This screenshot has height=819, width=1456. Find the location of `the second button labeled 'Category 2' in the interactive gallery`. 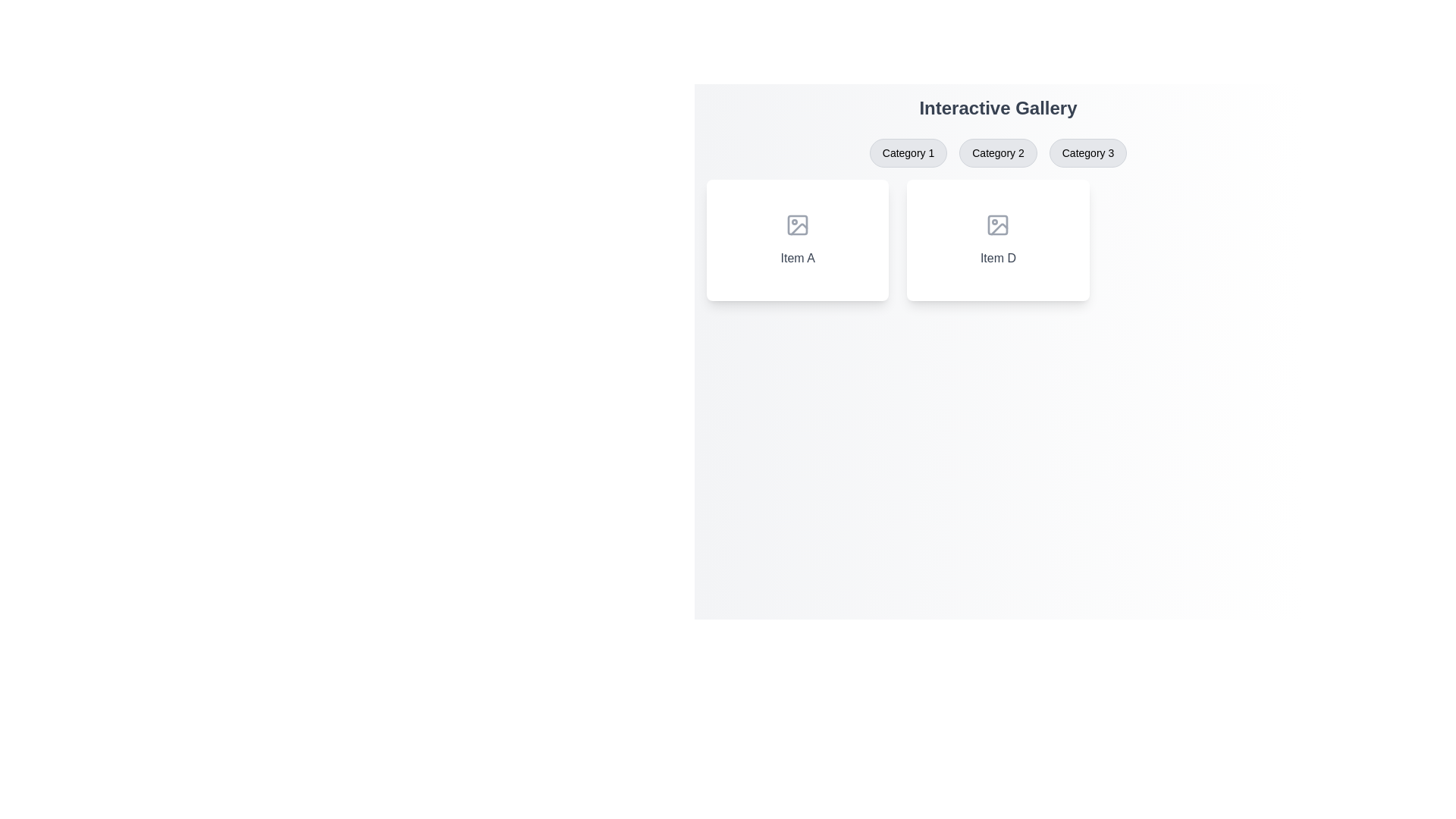

the second button labeled 'Category 2' in the interactive gallery is located at coordinates (998, 152).